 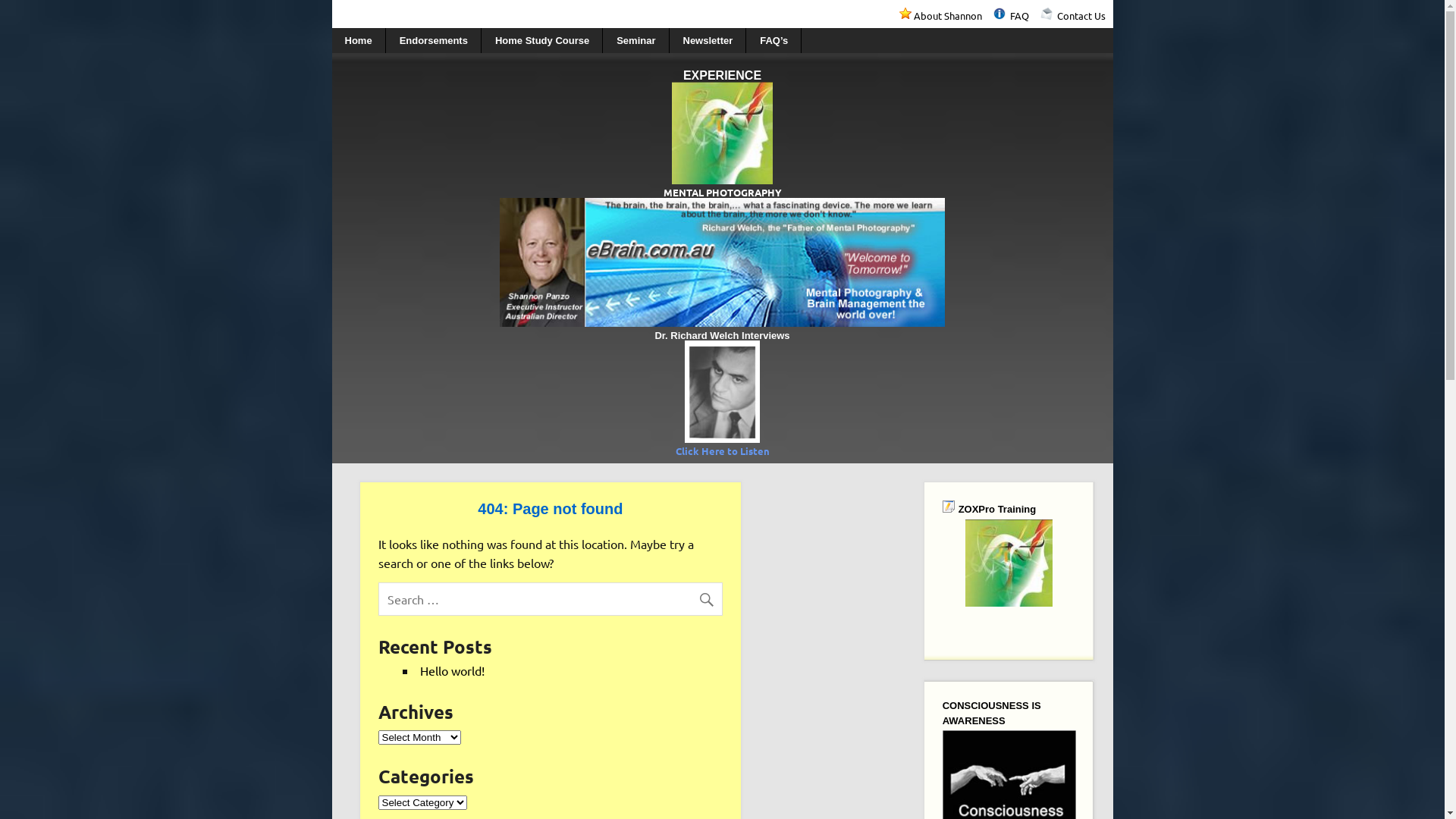 I want to click on 'Hello world!', so click(x=451, y=669).